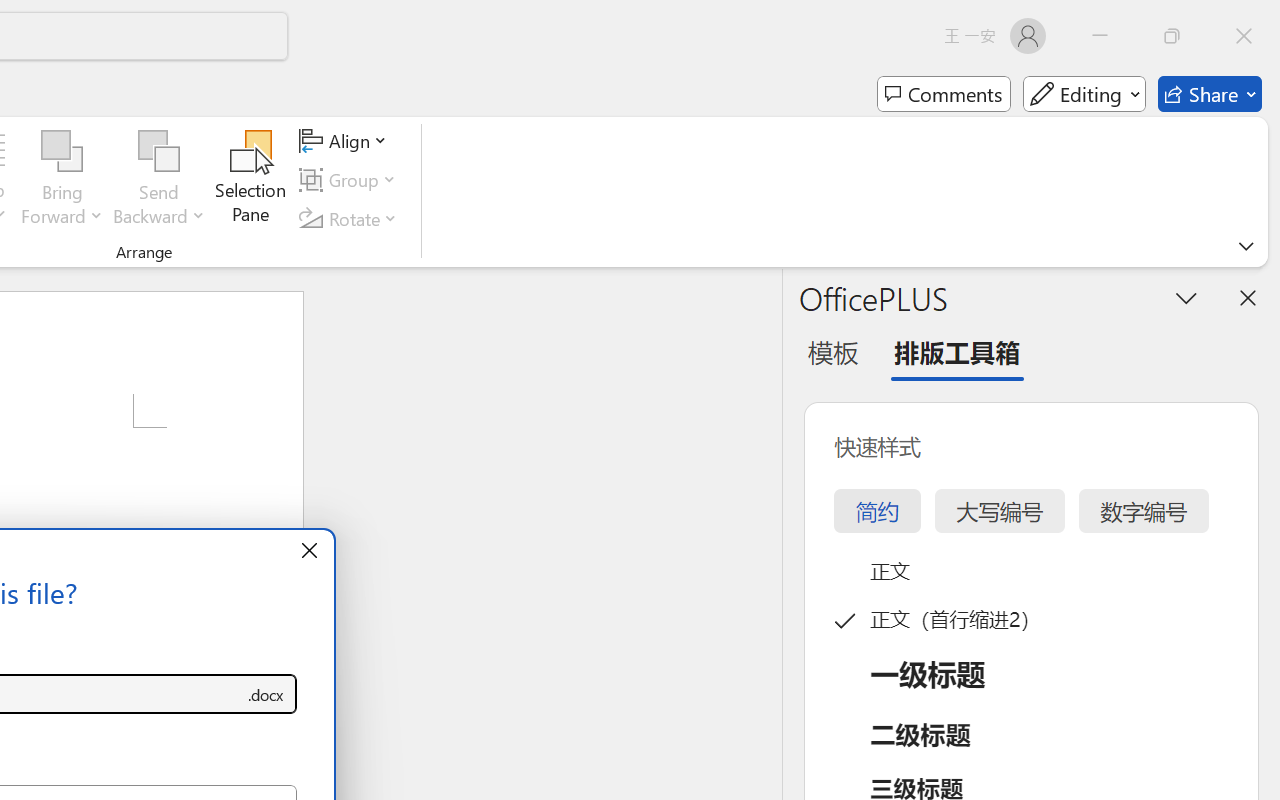 Image resolution: width=1280 pixels, height=800 pixels. Describe the element at coordinates (264, 694) in the screenshot. I see `'Save as type'` at that location.